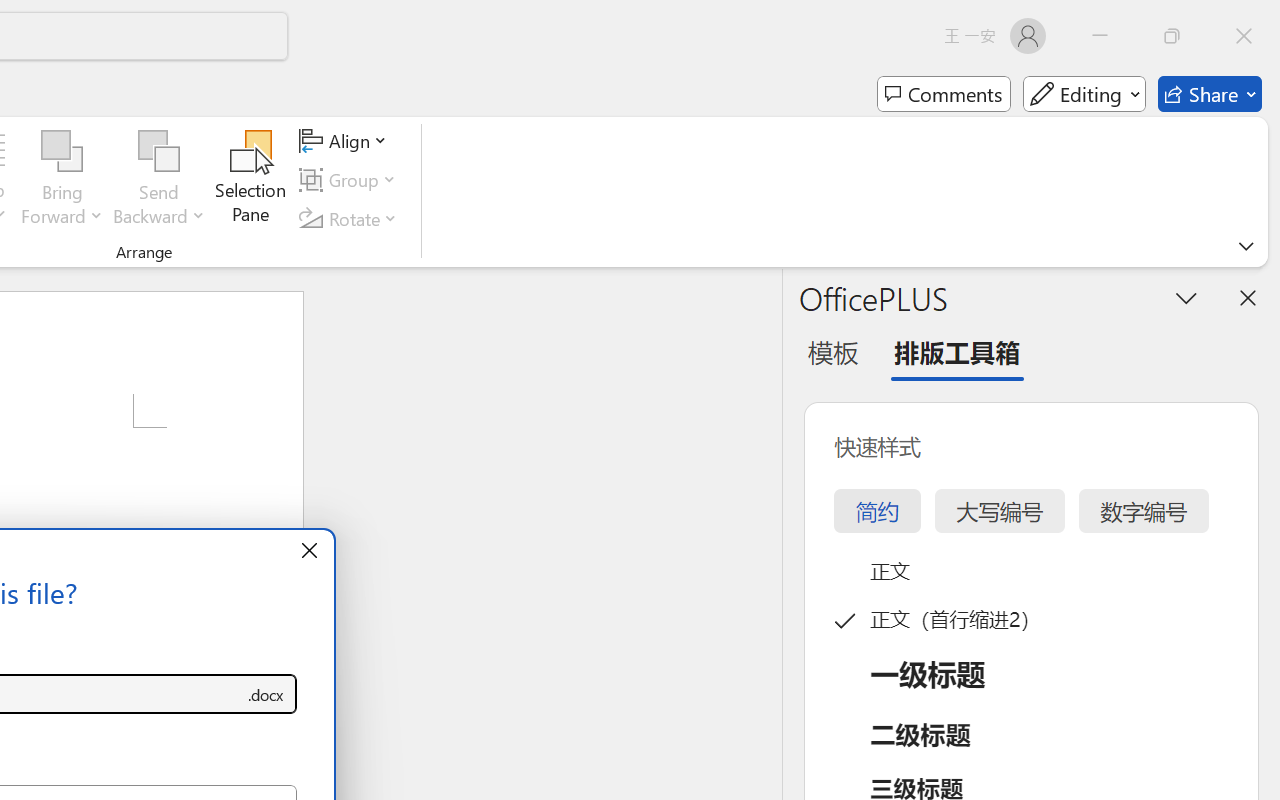 Image resolution: width=1280 pixels, height=800 pixels. Describe the element at coordinates (264, 694) in the screenshot. I see `'Save as type'` at that location.